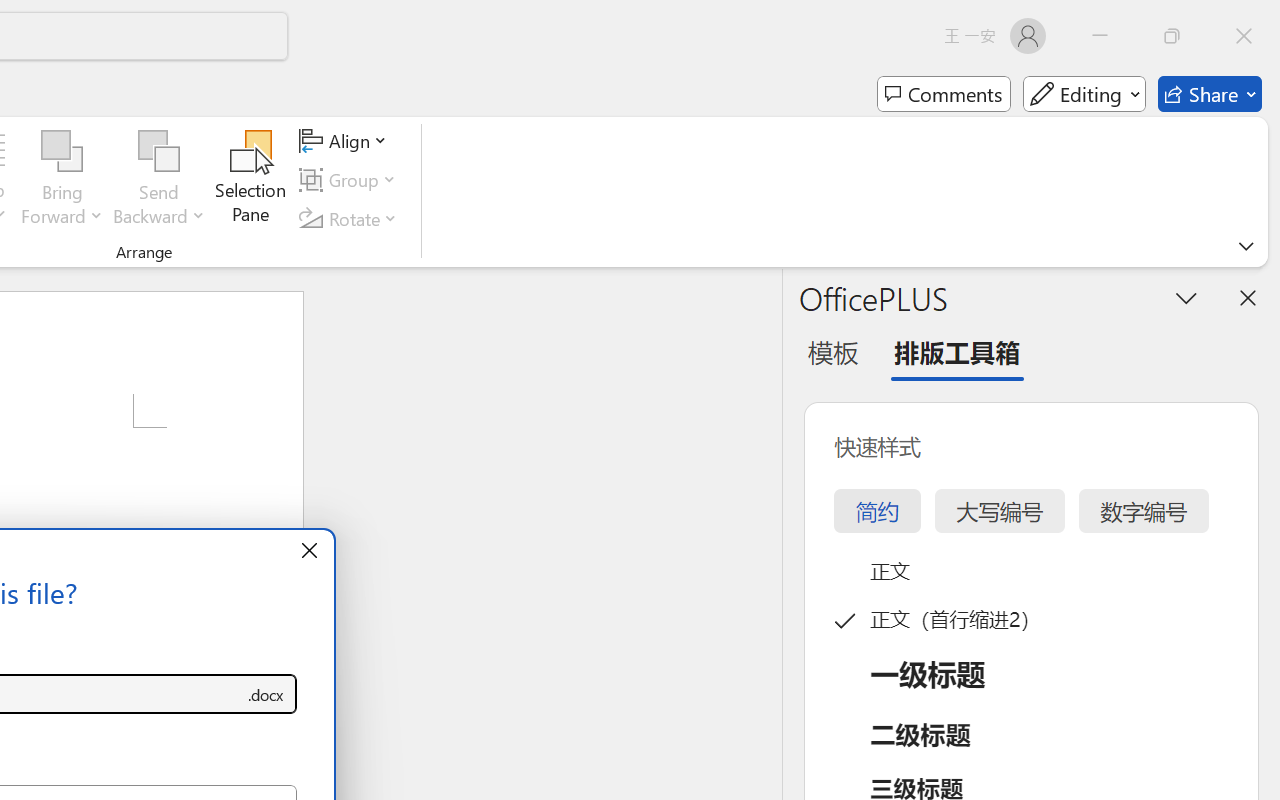 Image resolution: width=1280 pixels, height=800 pixels. Describe the element at coordinates (264, 694) in the screenshot. I see `'Save as type'` at that location.